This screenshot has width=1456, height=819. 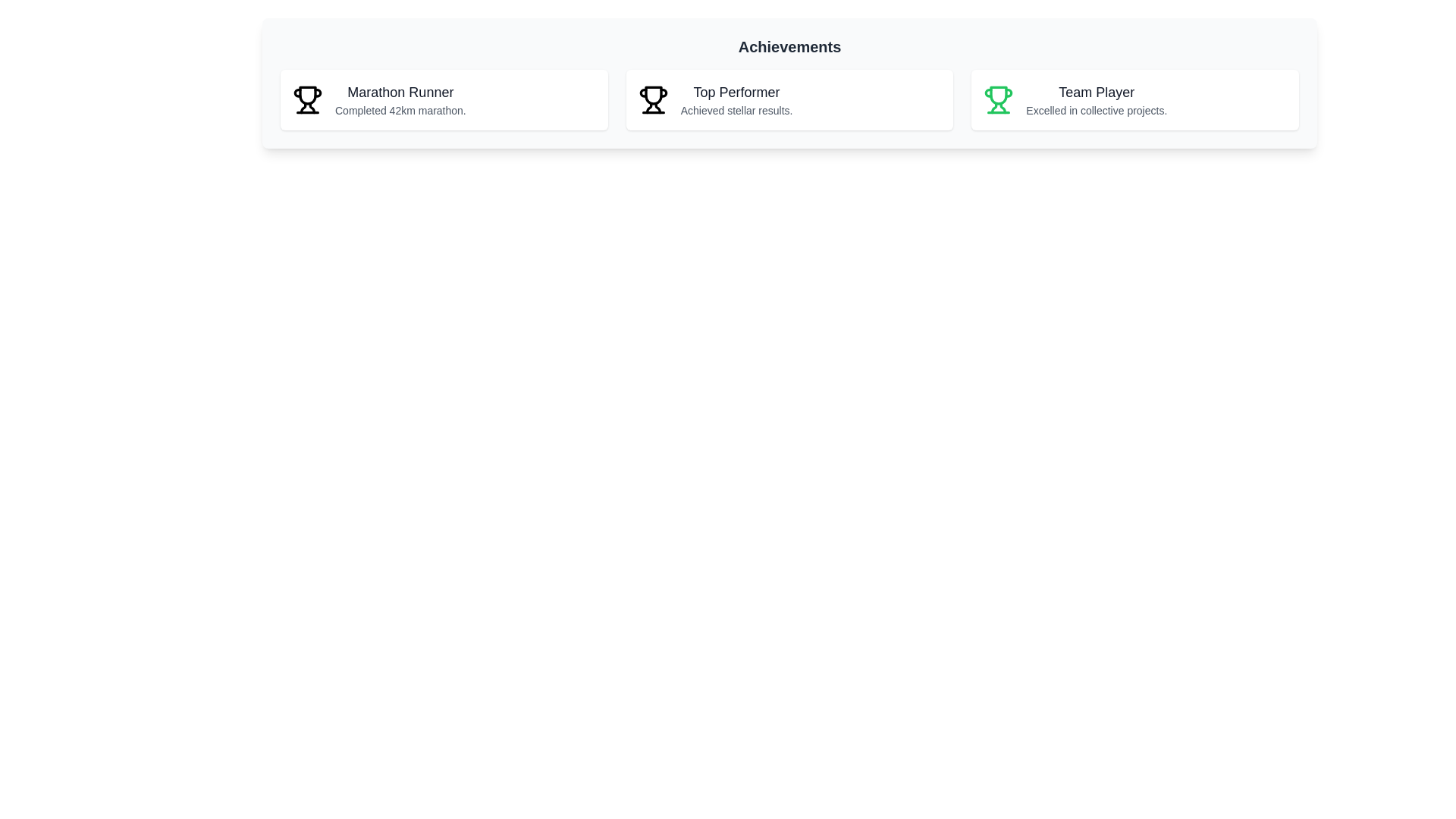 What do you see at coordinates (1097, 99) in the screenshot?
I see `the text block containing the title 'Team Player' and subtitle 'Excelled in collective projects.' which is positioned to the right of the green trophy icon in the 'Achievements' section` at bounding box center [1097, 99].